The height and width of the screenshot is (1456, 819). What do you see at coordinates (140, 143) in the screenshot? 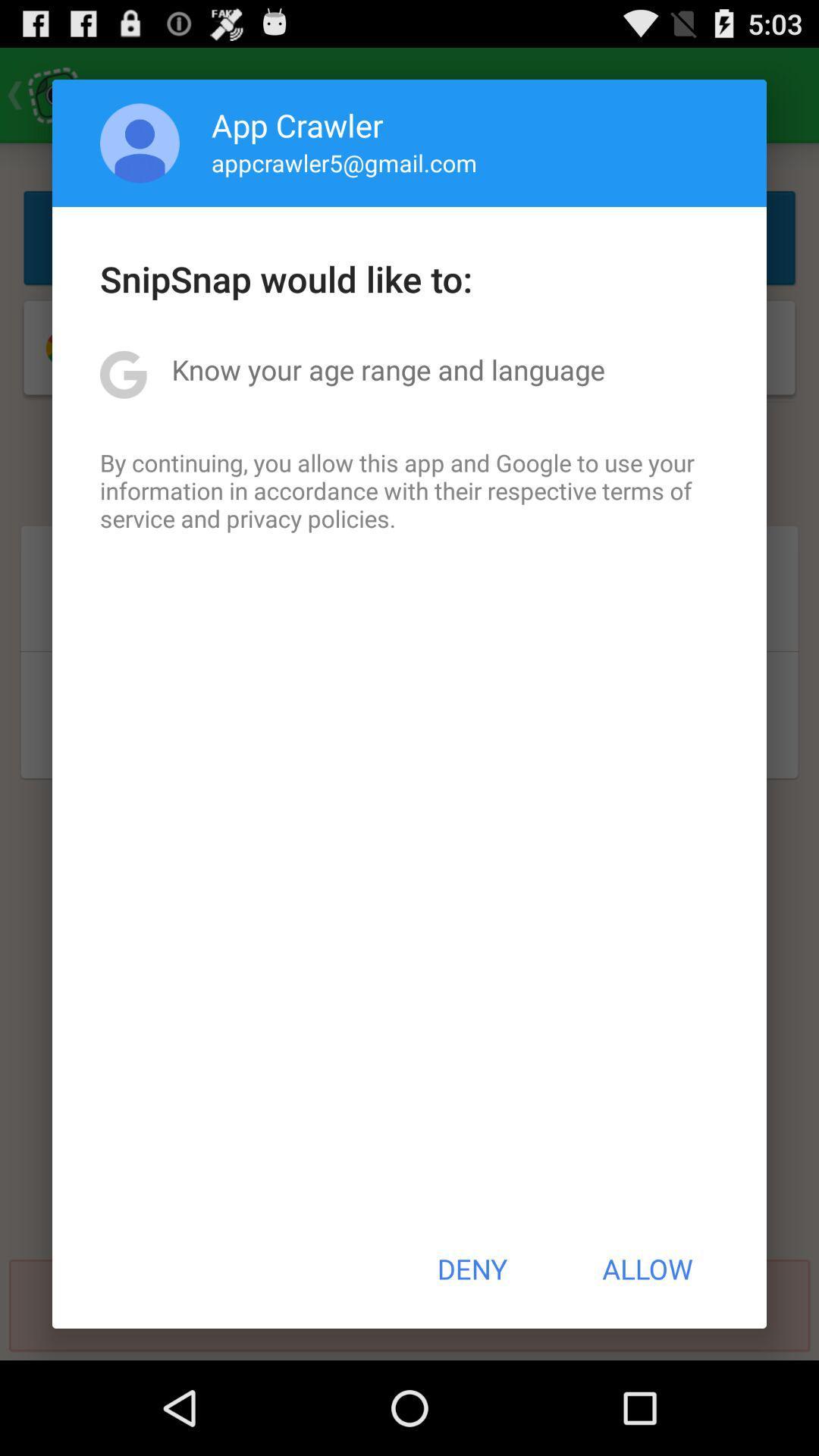
I see `the item above snipsnap would like app` at bounding box center [140, 143].